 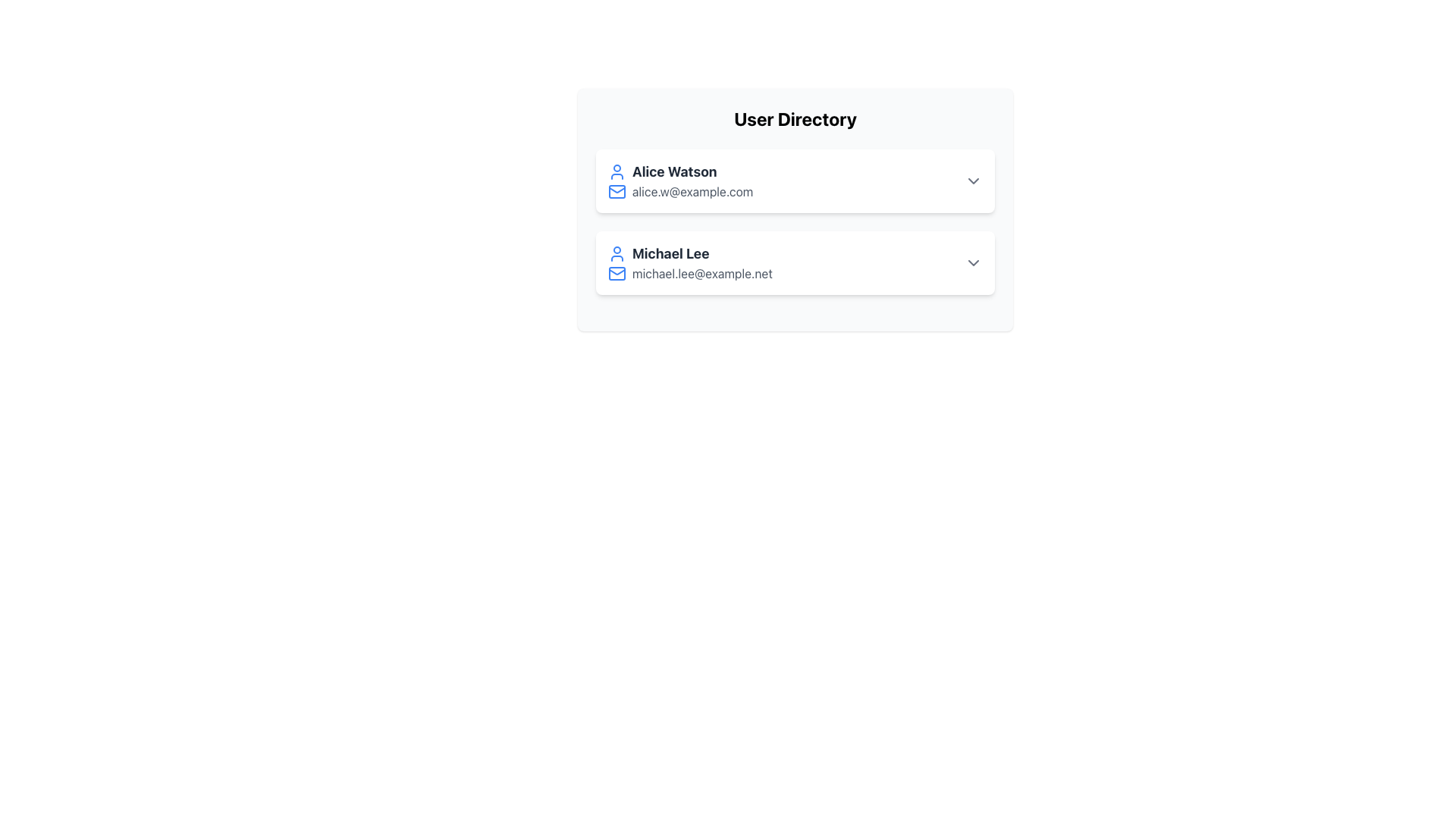 I want to click on the second user entry, so click(x=689, y=262).